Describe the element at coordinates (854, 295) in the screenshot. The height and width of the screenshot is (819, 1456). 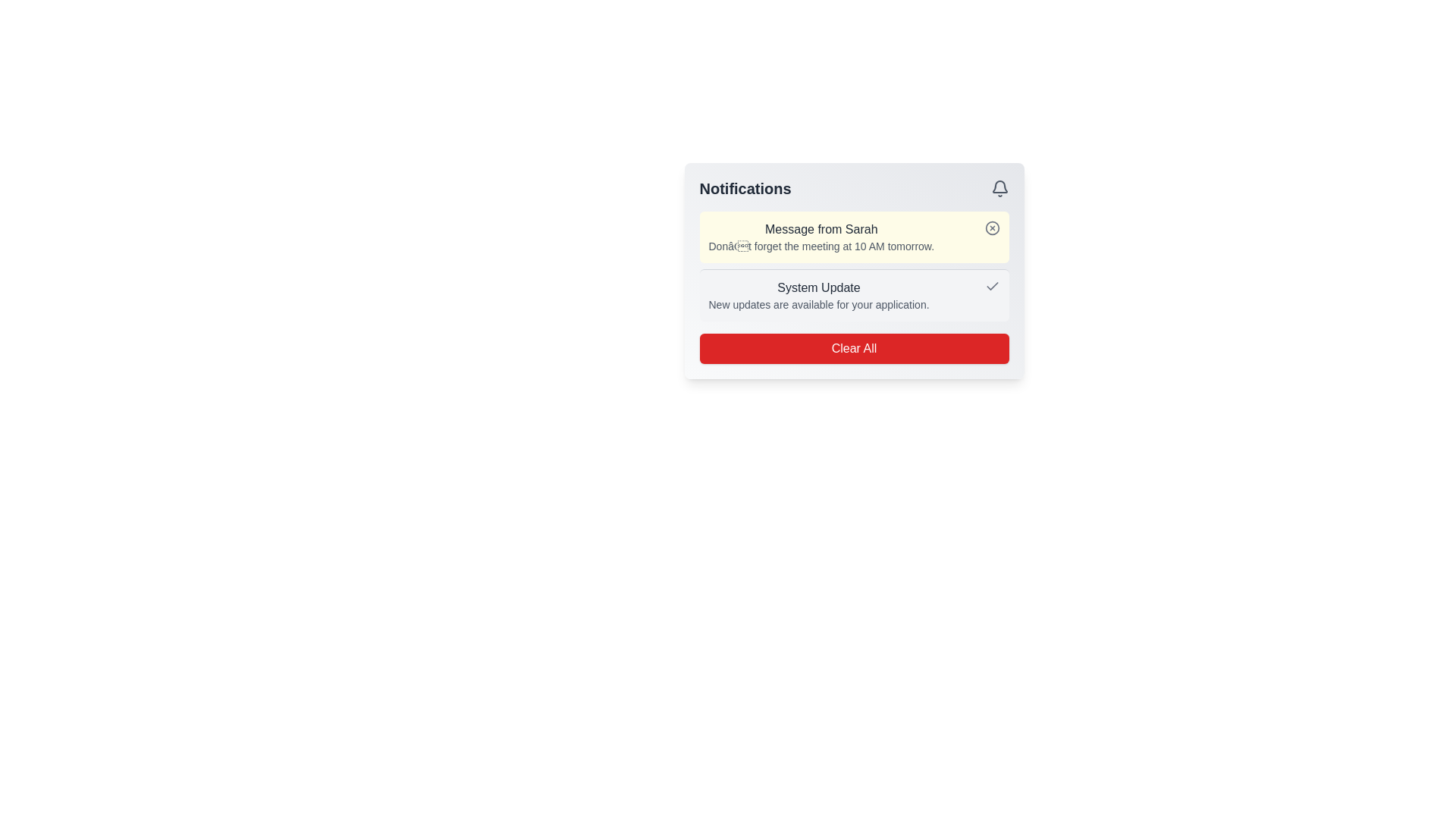
I see `text block containing the update information located in the second notification block of the 'Notifications' panel, positioned below 'Message from Sarah' and above the 'Clear All' button` at that location.